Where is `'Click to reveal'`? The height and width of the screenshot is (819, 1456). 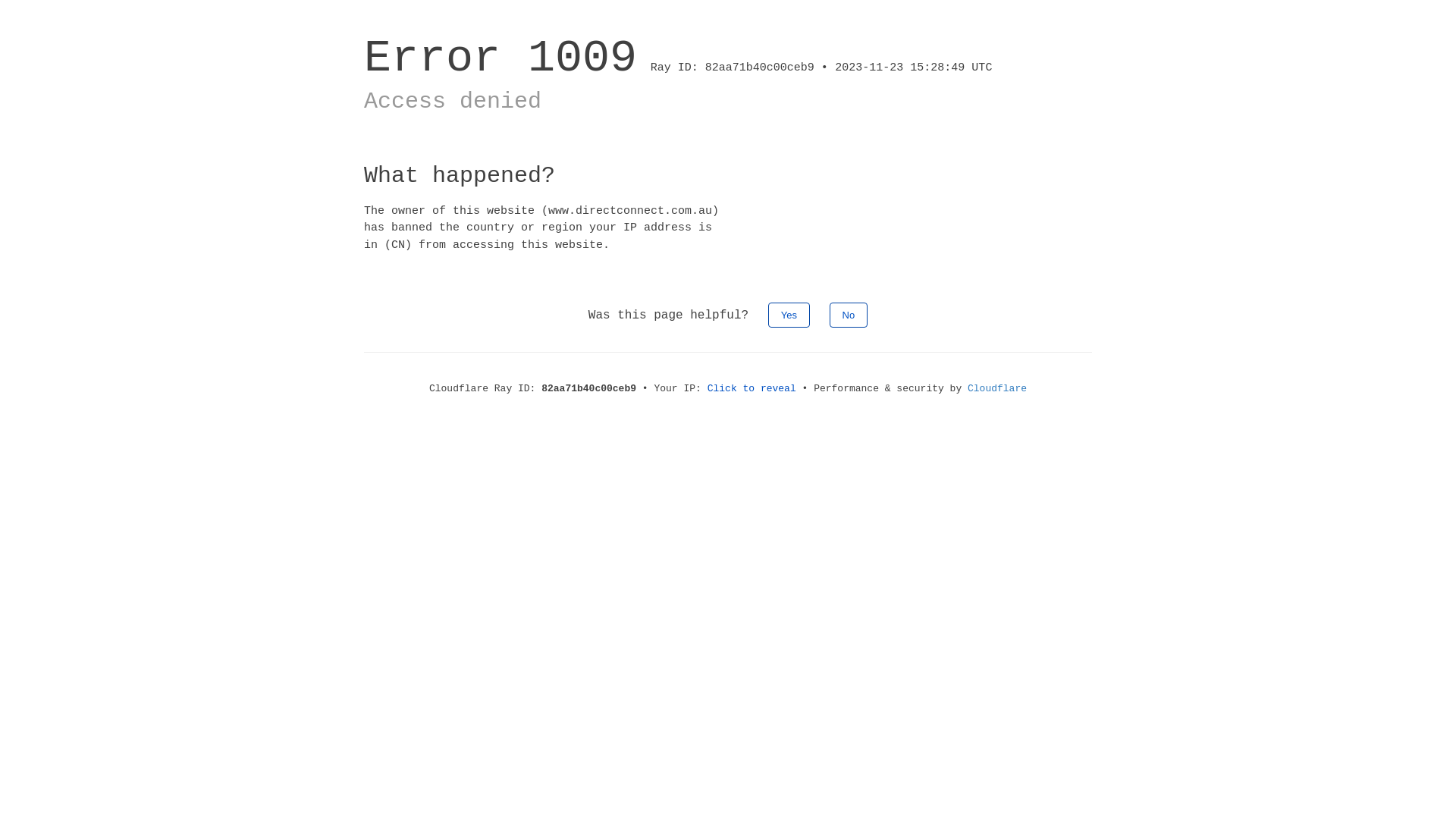
'Click to reveal' is located at coordinates (706, 388).